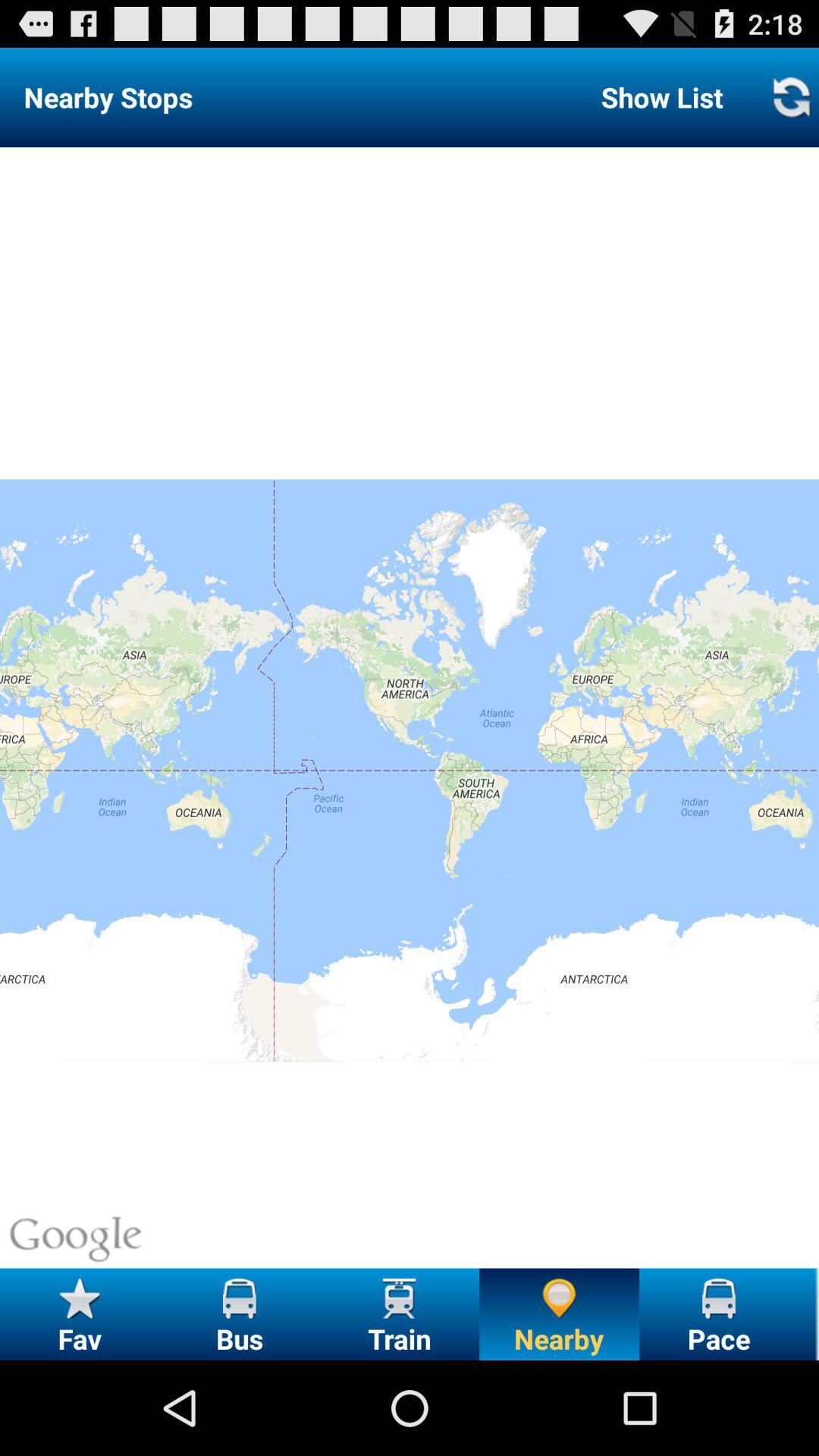 The width and height of the screenshot is (819, 1456). What do you see at coordinates (790, 96) in the screenshot?
I see `the refresh symbol which is beside show list` at bounding box center [790, 96].